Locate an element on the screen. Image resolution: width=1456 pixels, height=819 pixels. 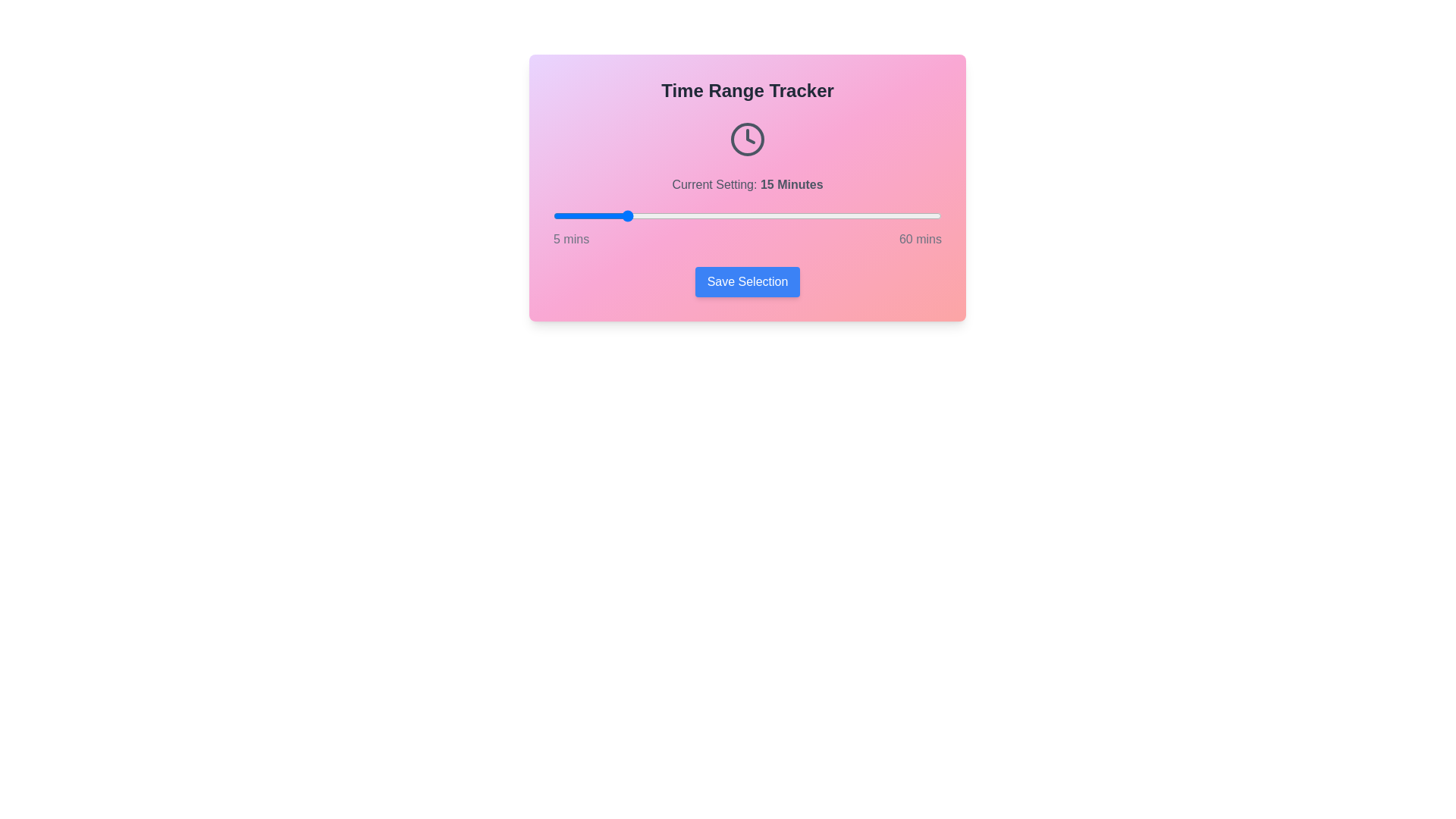
the 'Save Selection' button is located at coordinates (747, 281).